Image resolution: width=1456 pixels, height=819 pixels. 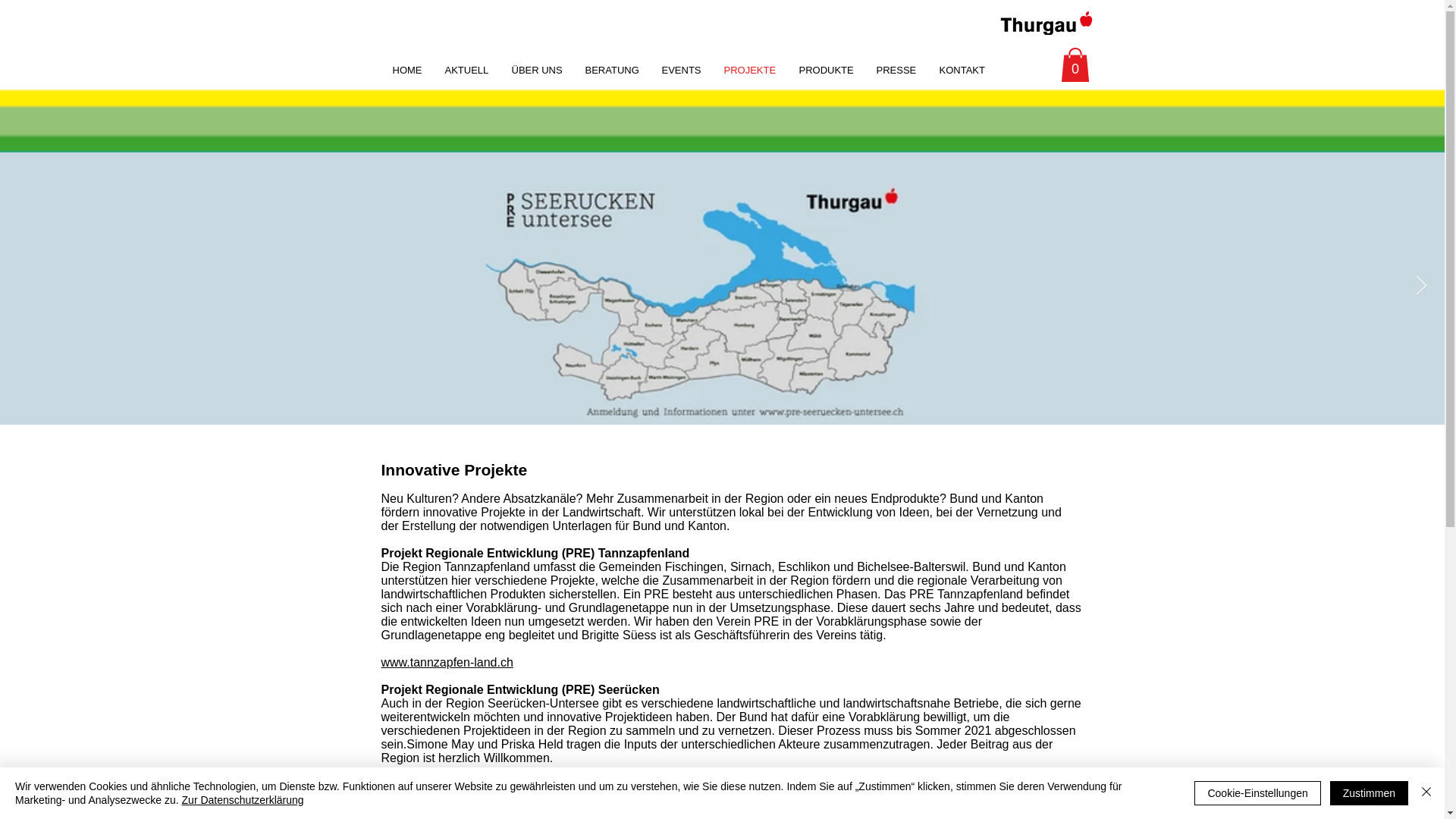 I want to click on 'BERATUNG', so click(x=572, y=70).